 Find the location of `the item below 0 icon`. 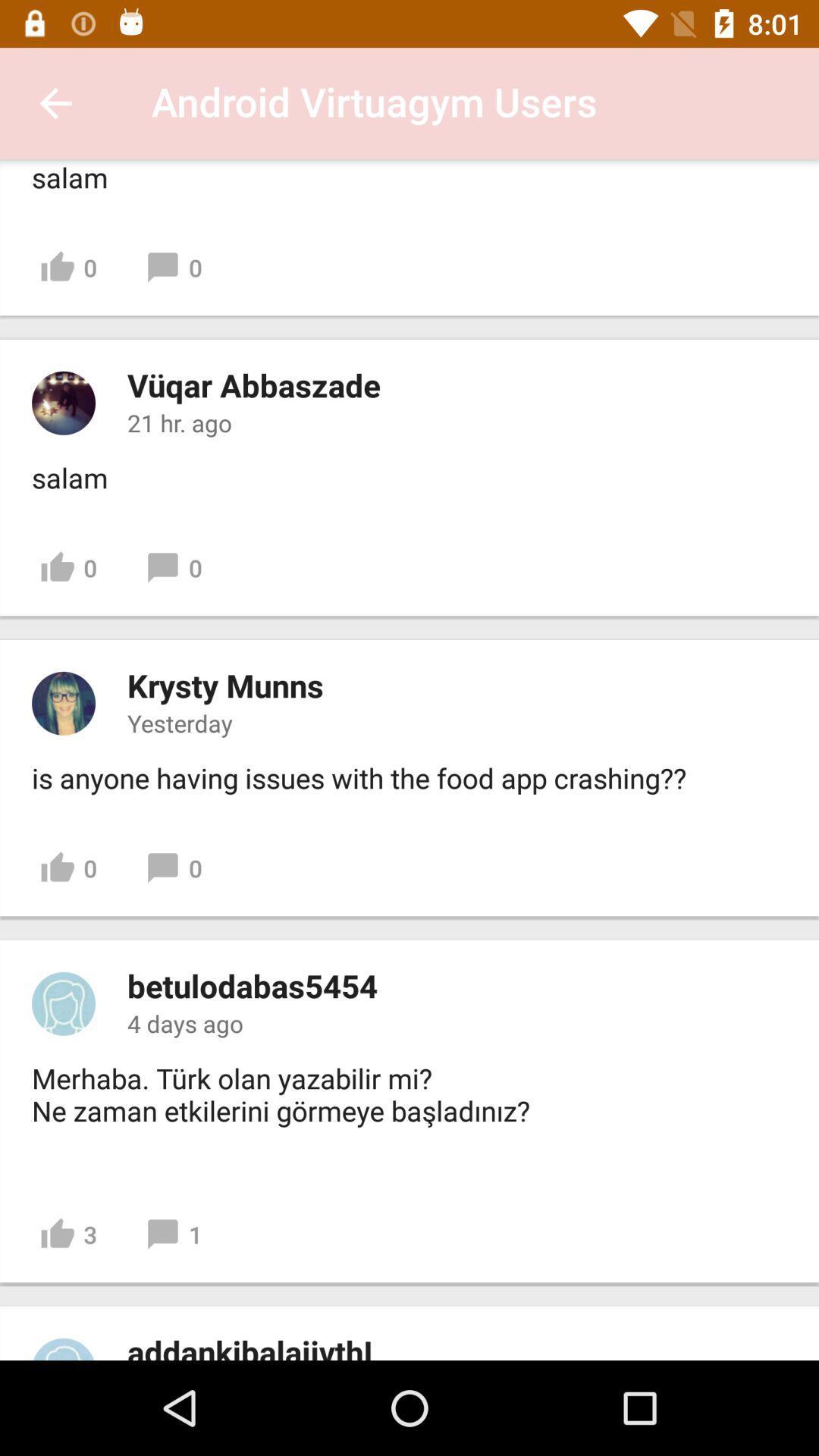

the item below 0 icon is located at coordinates (225, 684).